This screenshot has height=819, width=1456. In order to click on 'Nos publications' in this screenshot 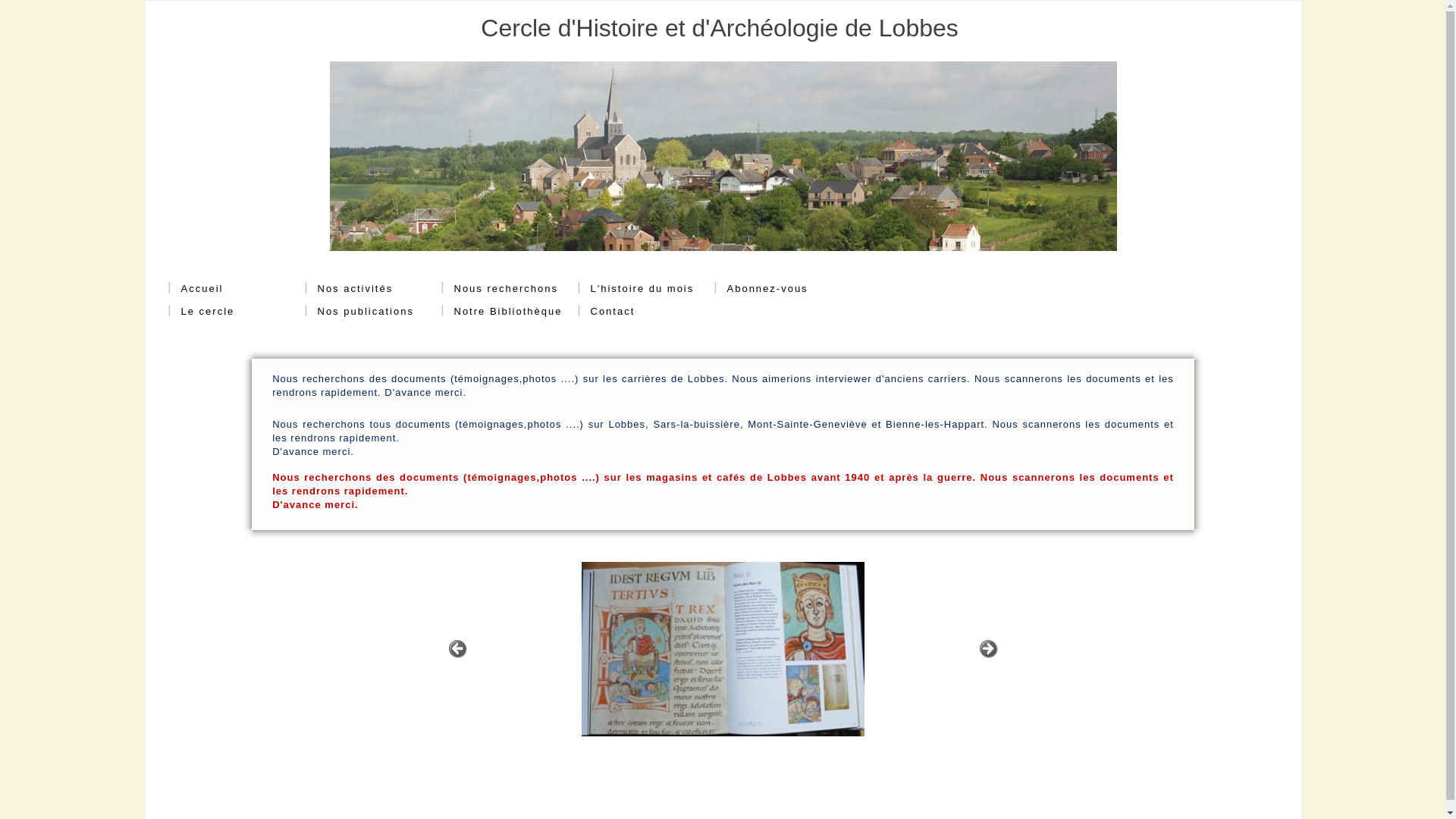, I will do `click(315, 311)`.